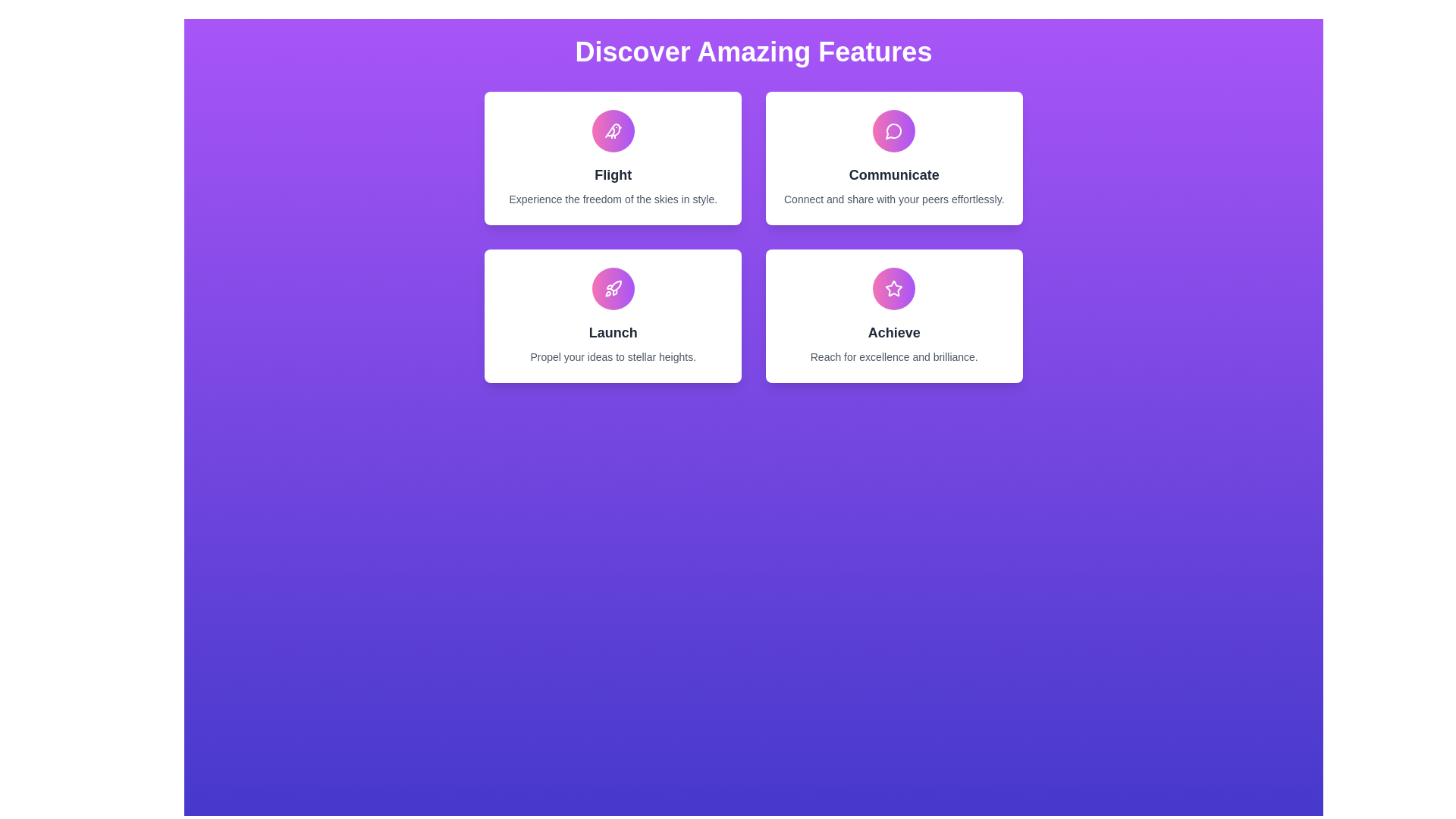  I want to click on the star-shaped icon with a gradient of pink and purple hues located within the 'Achieve' feature card, positioned centrally above the title text 'Achieve', so click(894, 288).